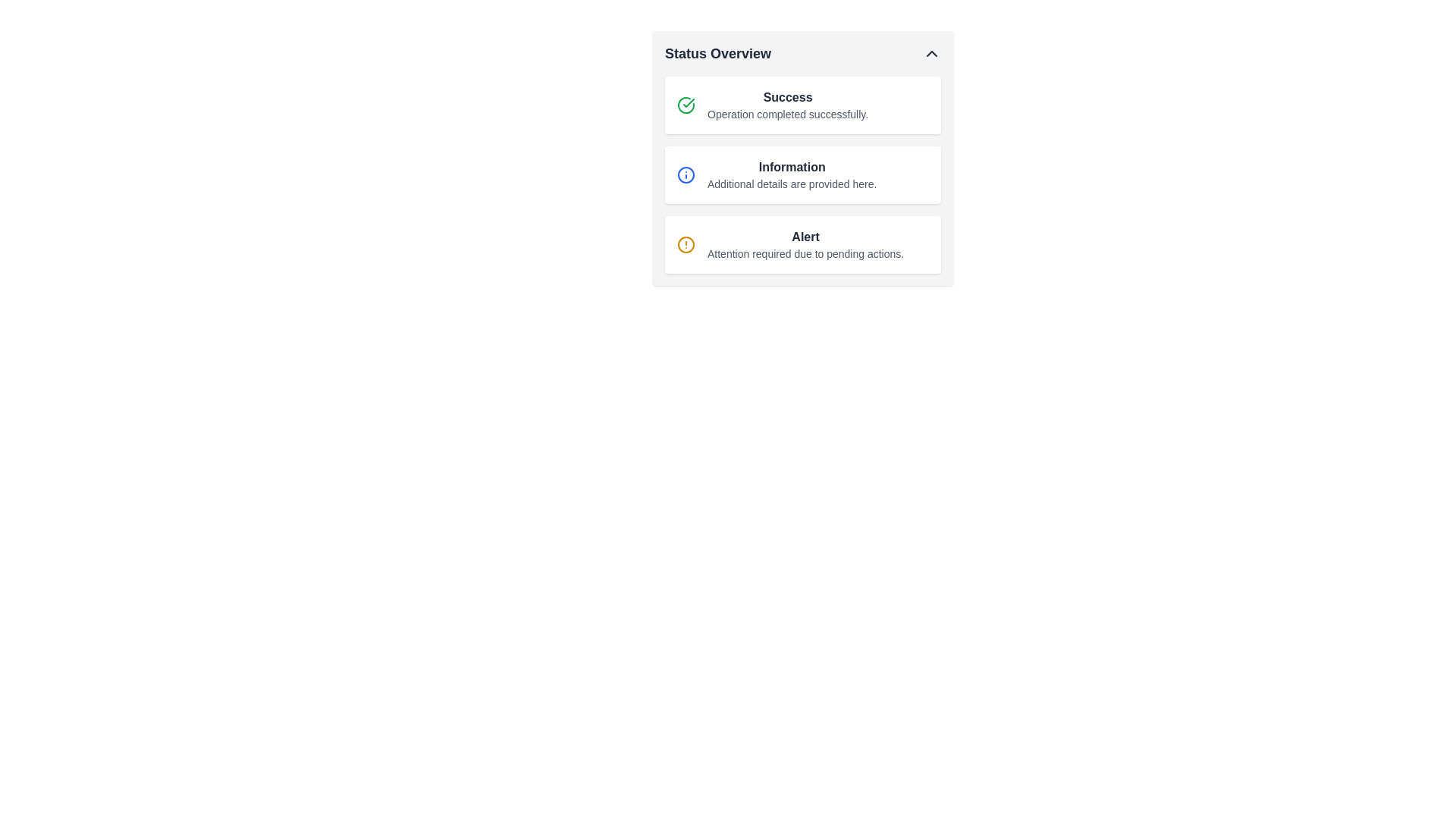  What do you see at coordinates (791, 167) in the screenshot?
I see `the header text in the second card of the 'Status Overview' section, which indicates the nature of the content below it` at bounding box center [791, 167].